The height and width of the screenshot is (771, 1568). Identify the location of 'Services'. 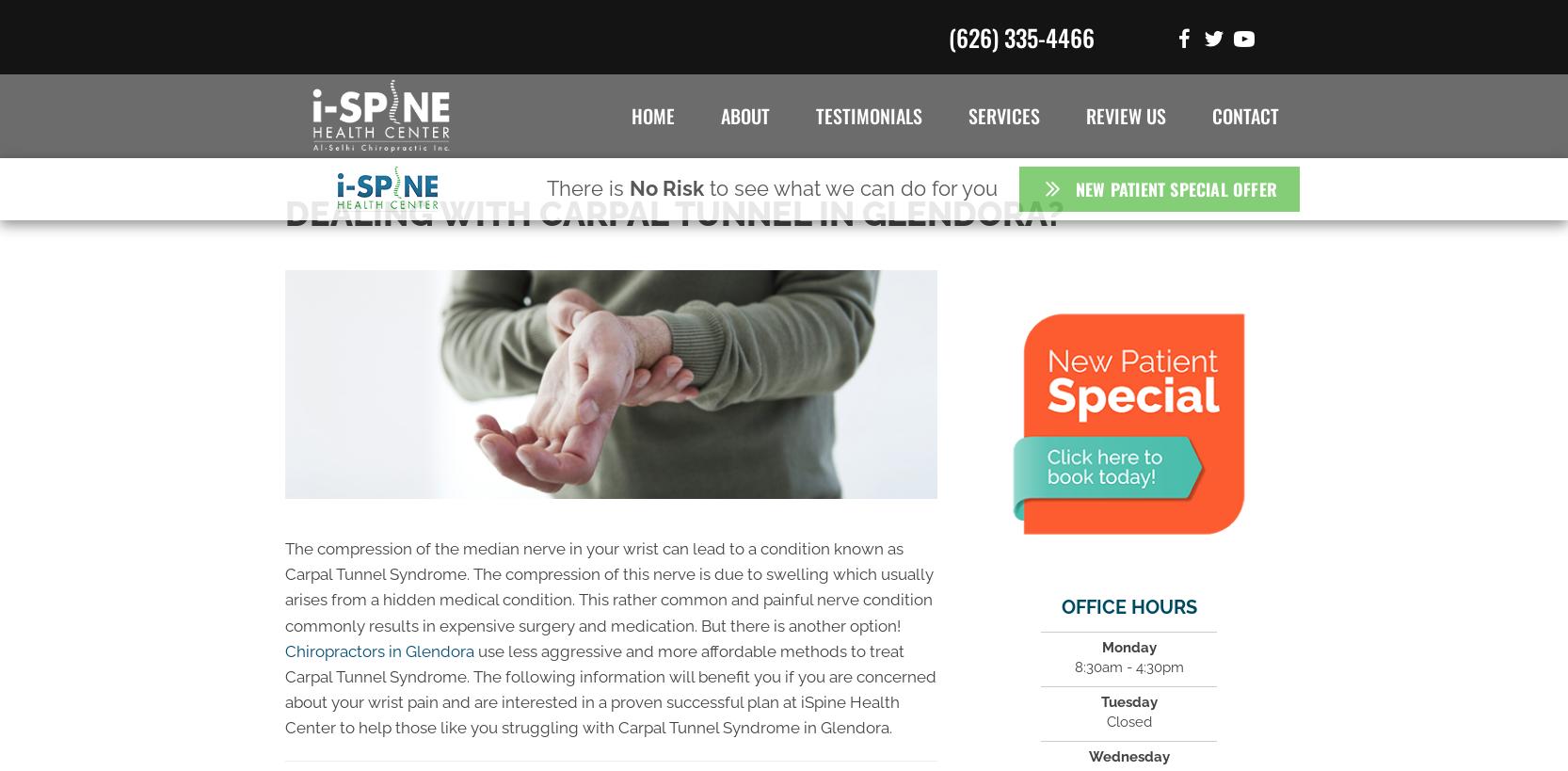
(1003, 115).